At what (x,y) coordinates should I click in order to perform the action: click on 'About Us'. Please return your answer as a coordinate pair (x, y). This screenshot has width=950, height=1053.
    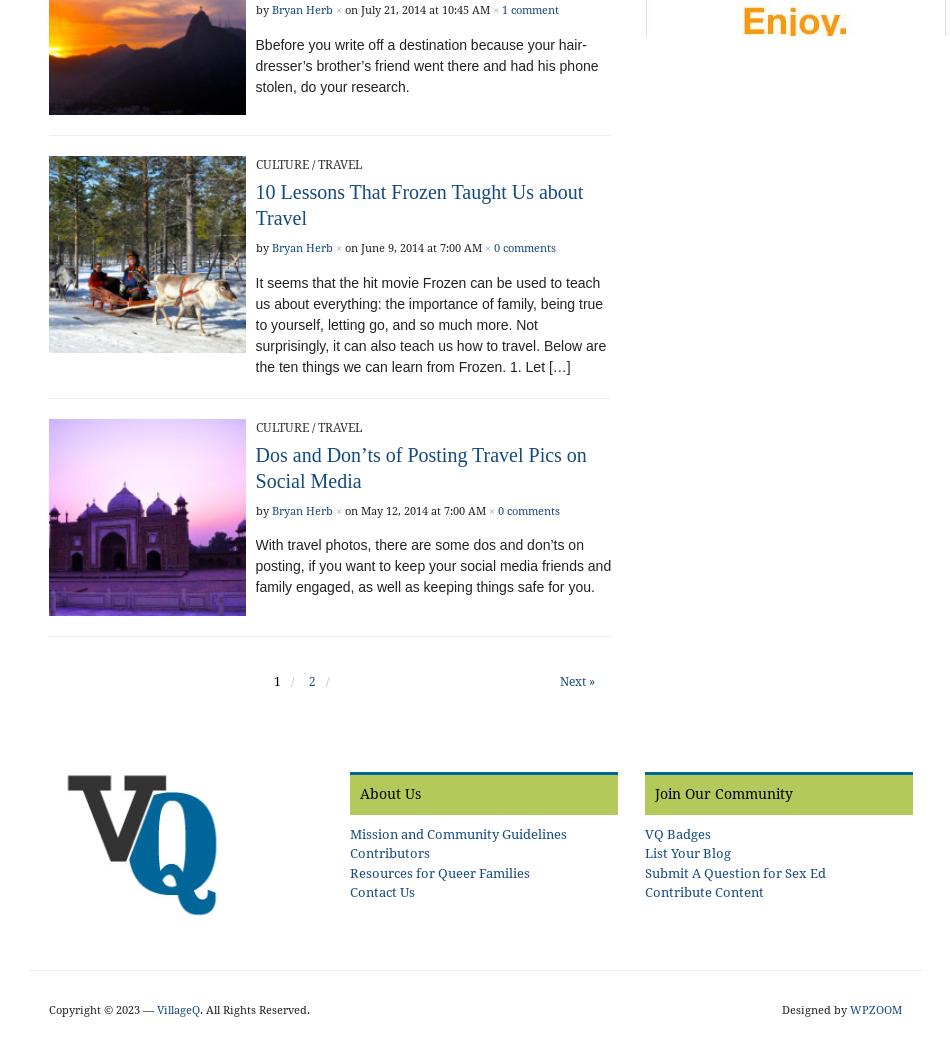
    Looking at the image, I should click on (388, 793).